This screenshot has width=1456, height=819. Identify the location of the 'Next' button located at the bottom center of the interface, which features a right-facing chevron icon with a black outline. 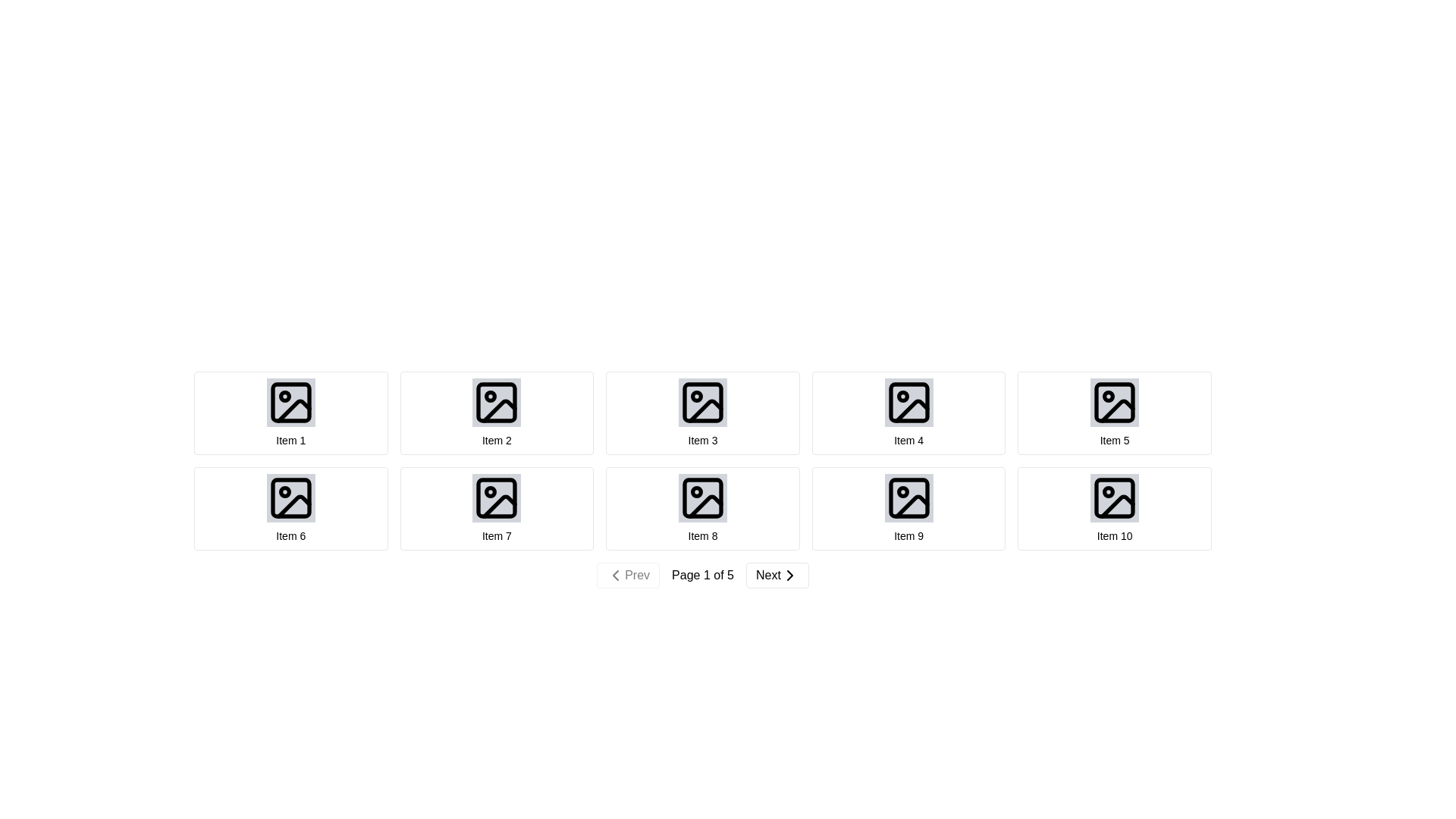
(789, 576).